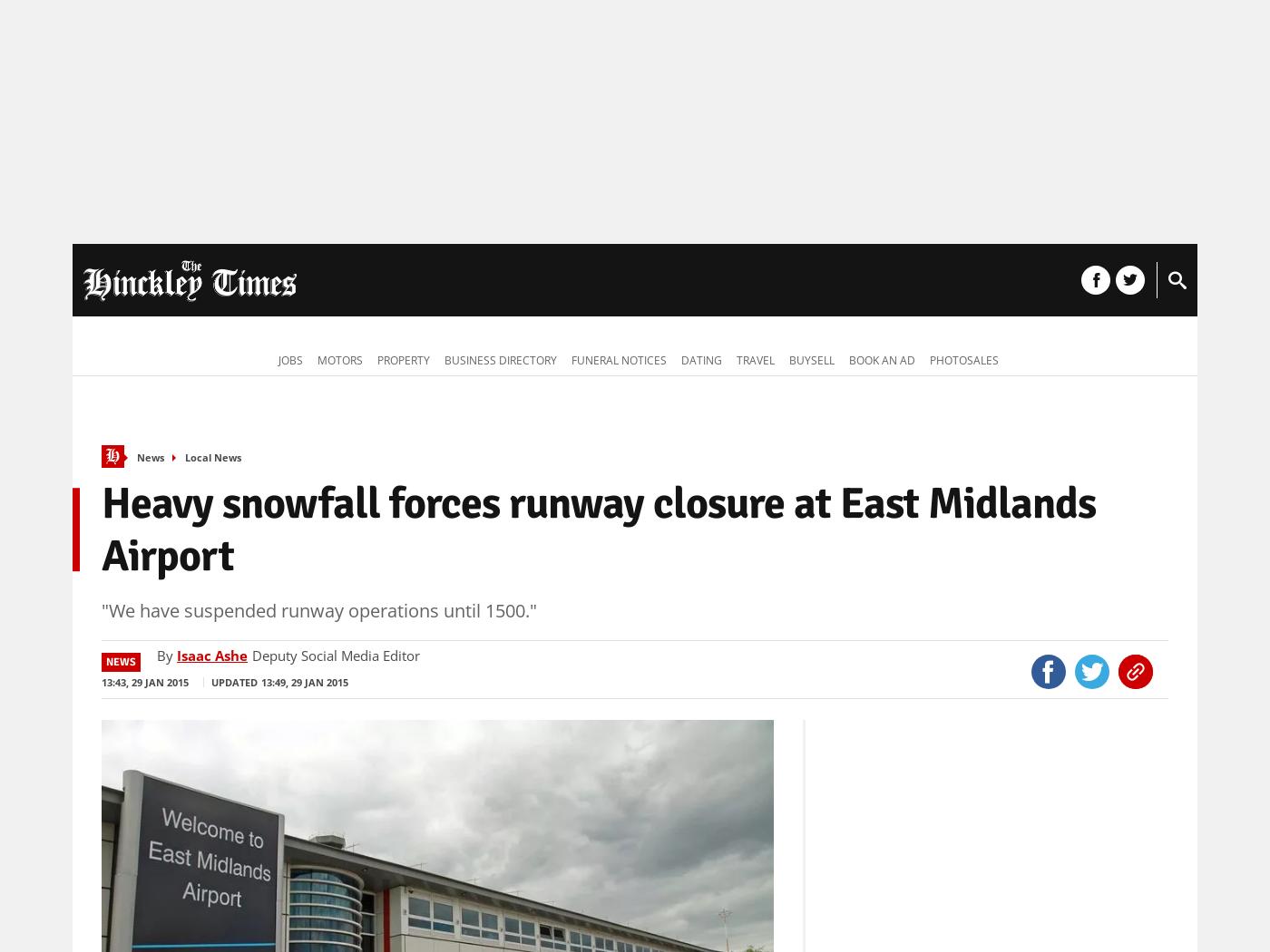  What do you see at coordinates (756, 360) in the screenshot?
I see `'Travel'` at bounding box center [756, 360].